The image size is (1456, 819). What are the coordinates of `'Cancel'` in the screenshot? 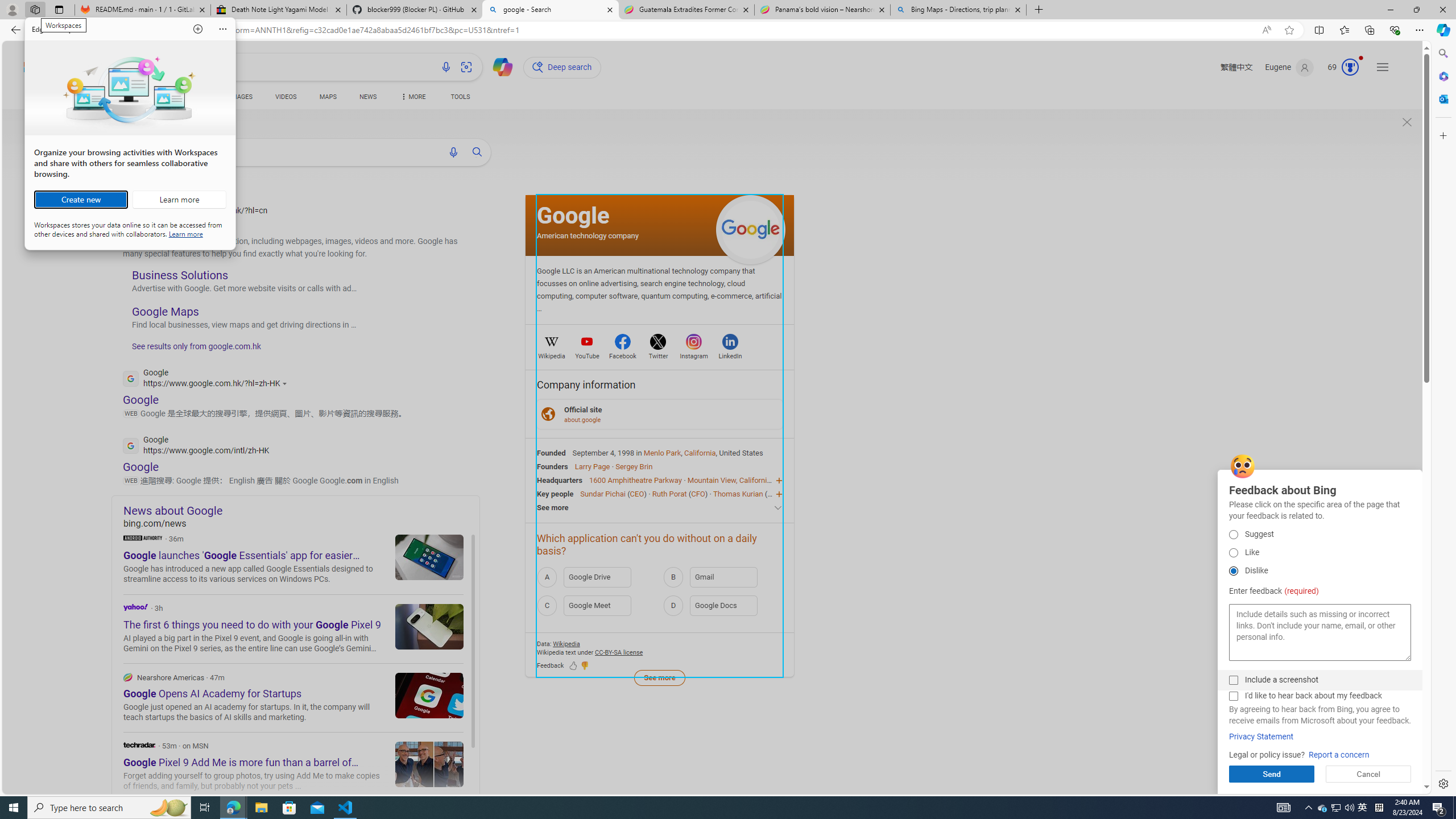 It's located at (1368, 773).